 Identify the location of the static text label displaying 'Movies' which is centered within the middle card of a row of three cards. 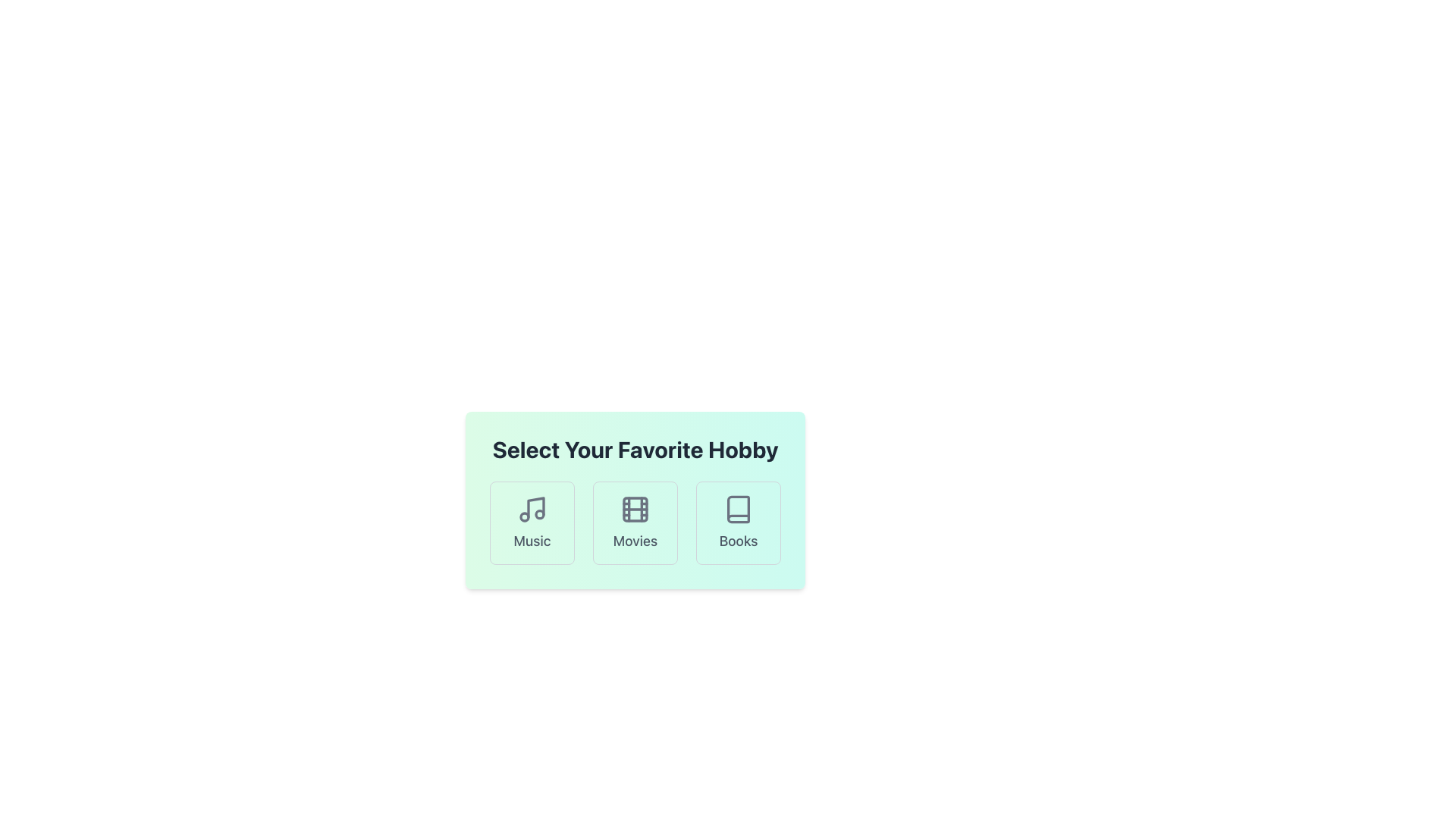
(635, 540).